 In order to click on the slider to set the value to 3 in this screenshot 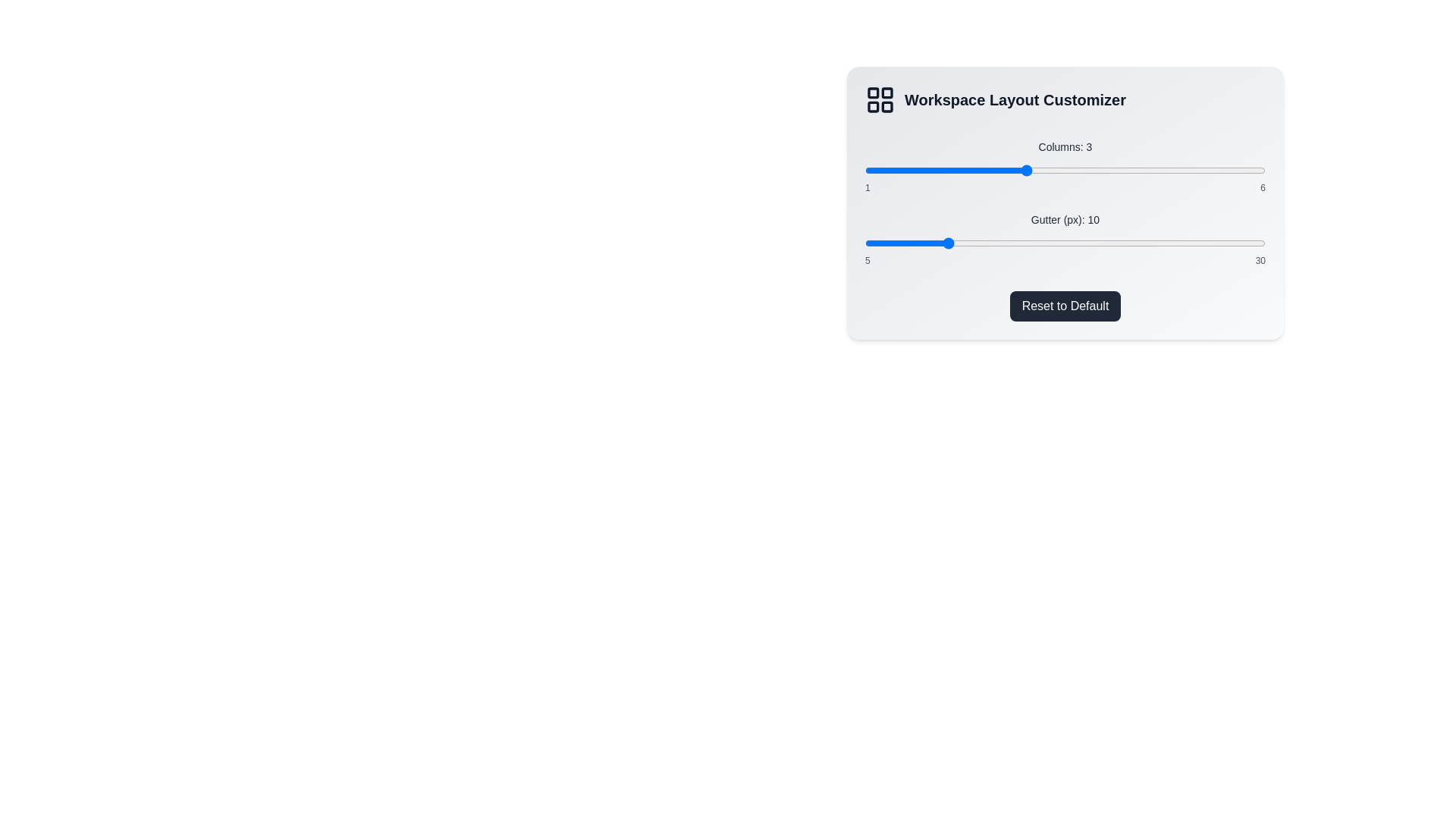, I will do `click(1025, 170)`.